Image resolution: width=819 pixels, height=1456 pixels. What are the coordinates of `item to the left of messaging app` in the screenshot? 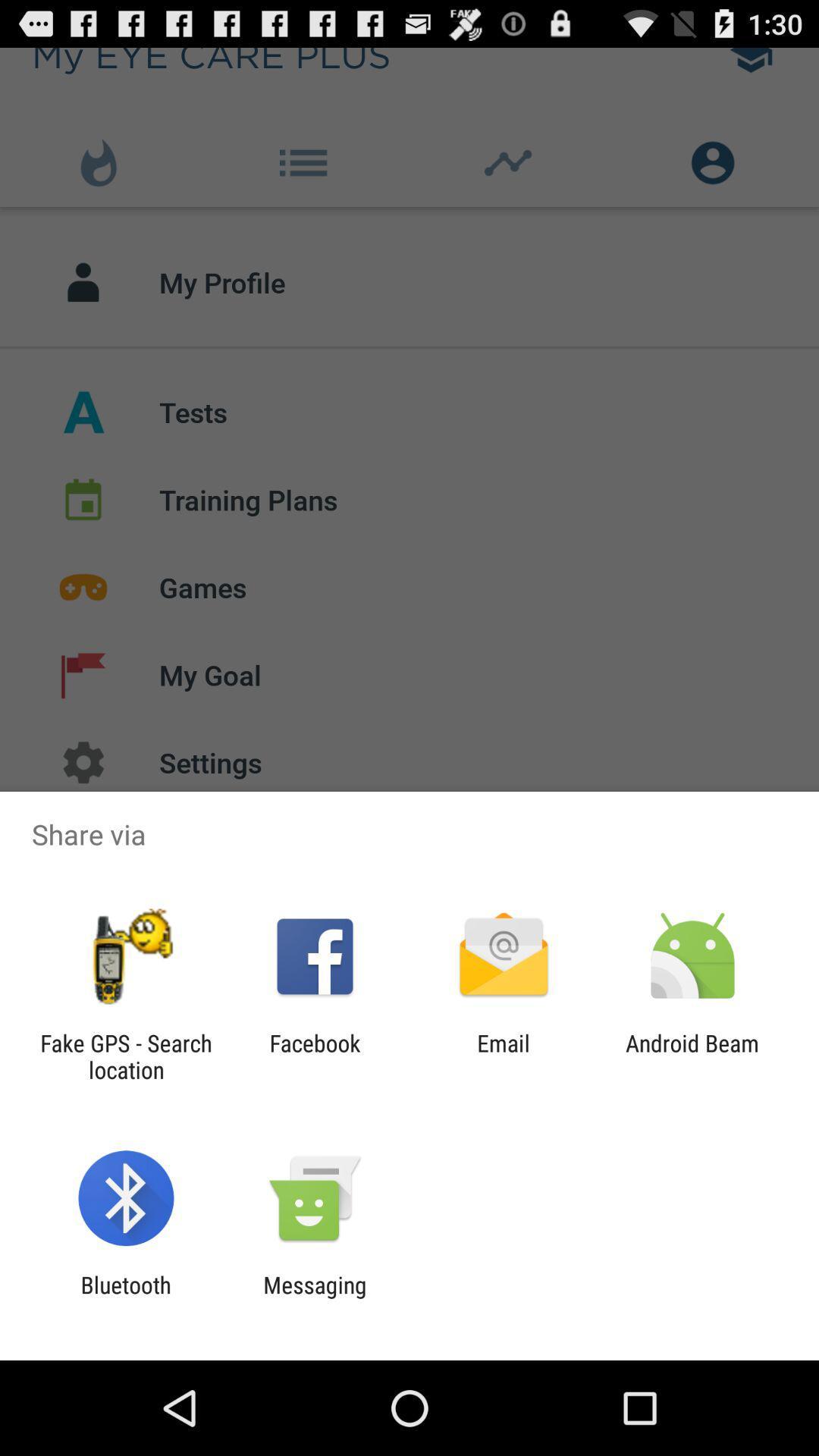 It's located at (125, 1298).